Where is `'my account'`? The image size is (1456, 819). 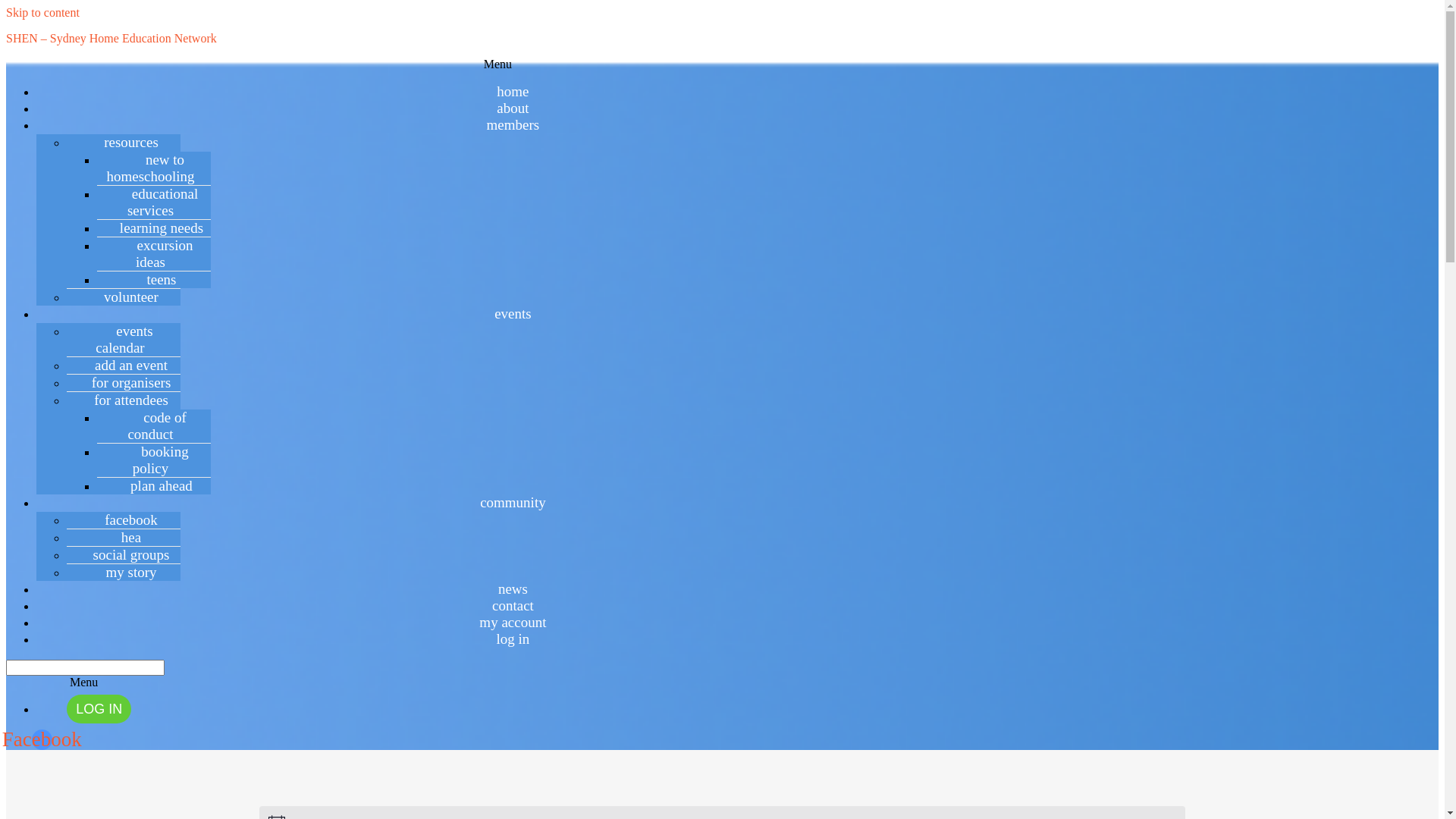 'my account' is located at coordinates (472, 622).